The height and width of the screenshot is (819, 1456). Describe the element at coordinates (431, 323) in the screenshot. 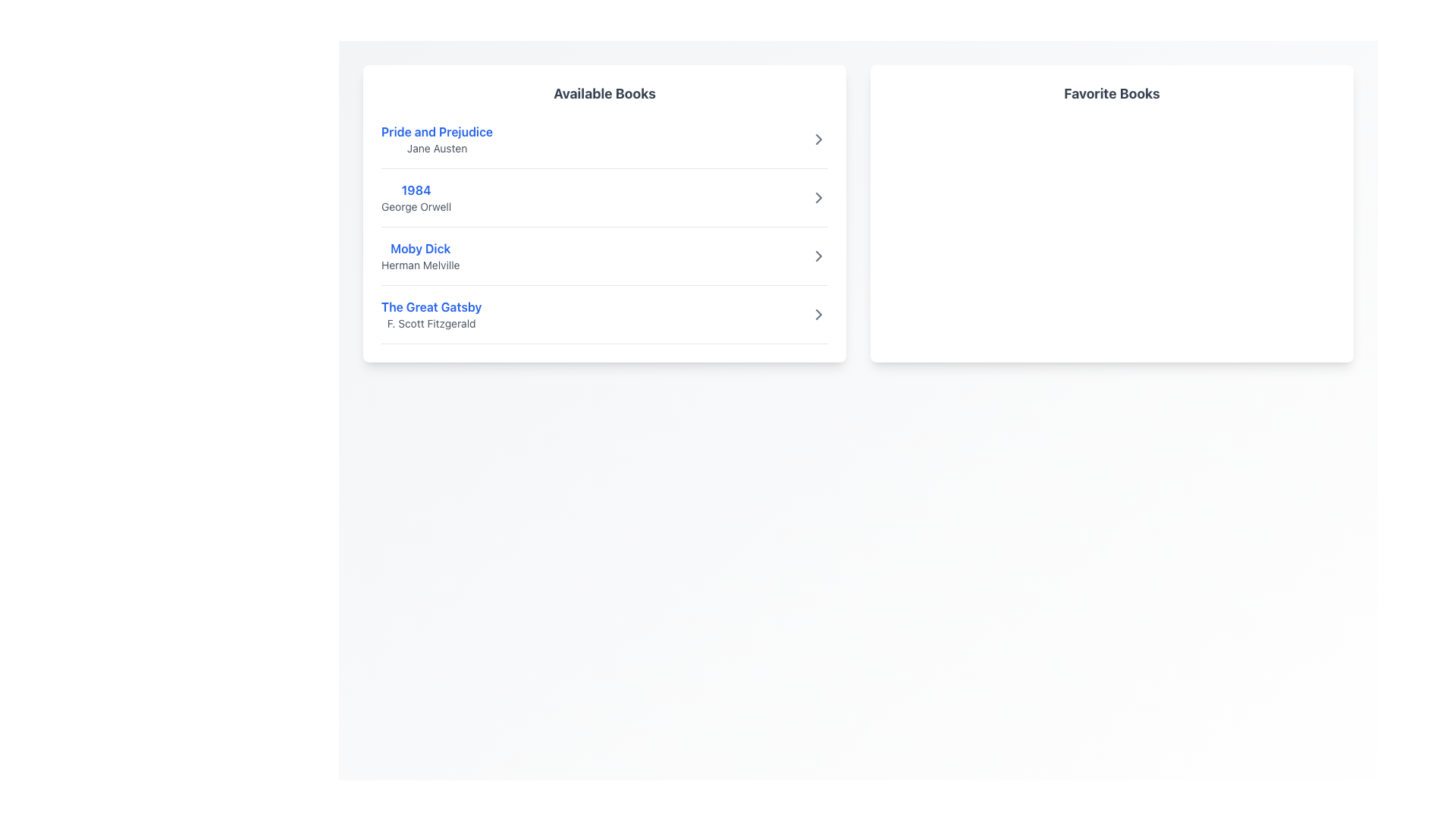

I see `text displayed as 'F. Scott Fitzgerald' which is styled in gray color and is located below 'The Great Gatsby' in the 'Available Books' section` at that location.